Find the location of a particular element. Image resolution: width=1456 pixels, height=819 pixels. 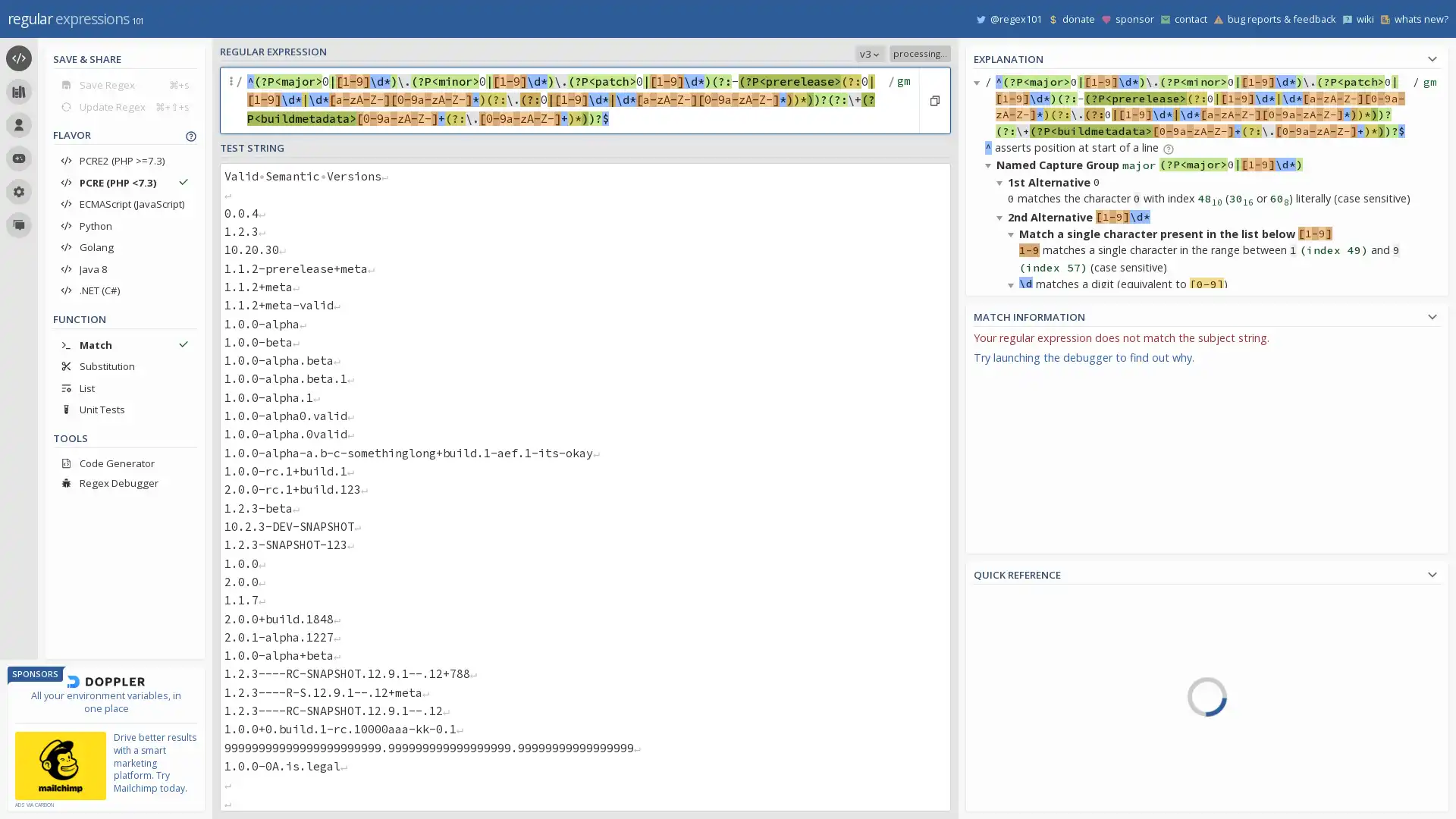

Group patch is located at coordinates (1040, 804).